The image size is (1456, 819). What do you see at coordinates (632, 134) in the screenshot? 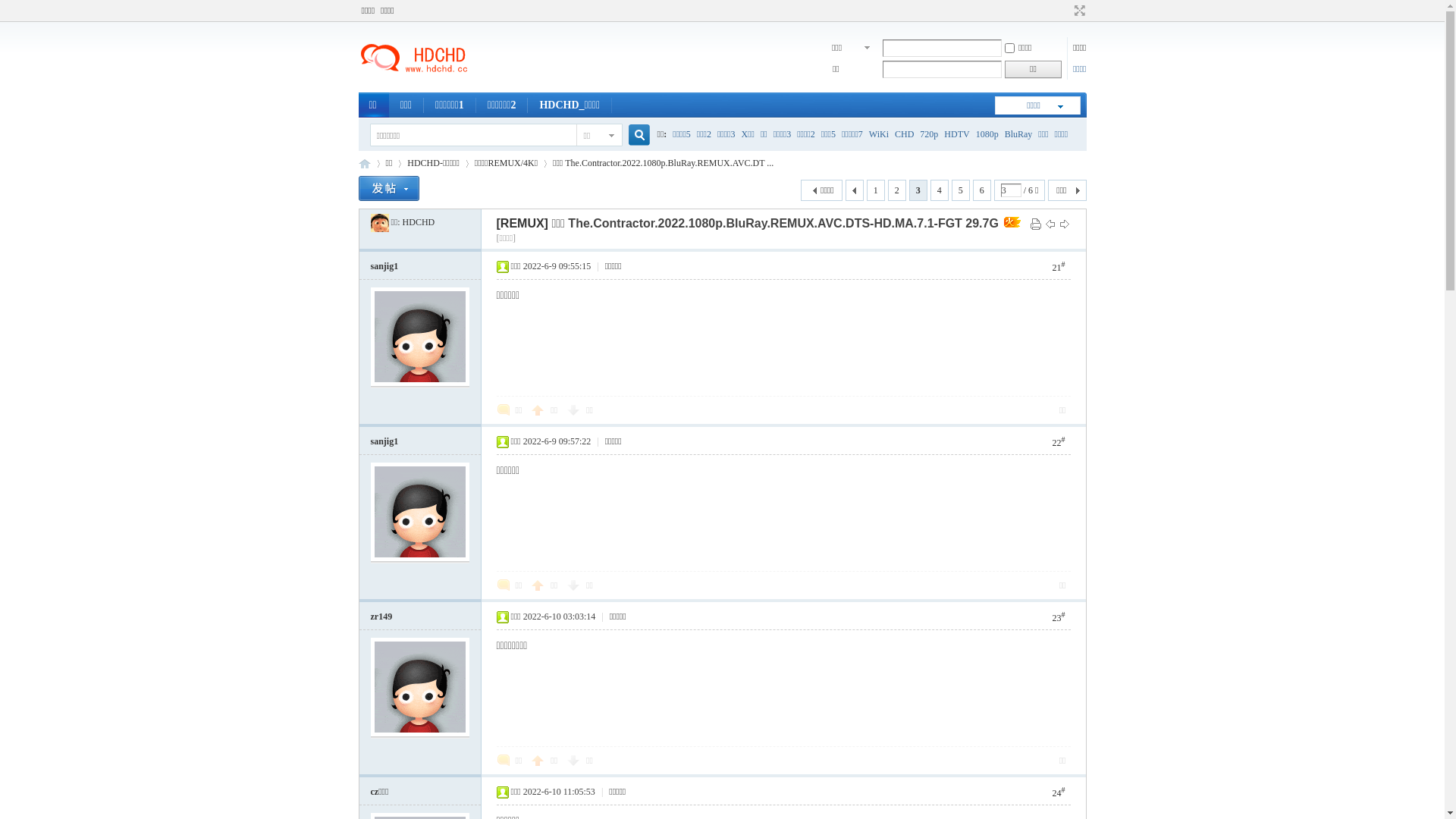
I see `'true'` at bounding box center [632, 134].